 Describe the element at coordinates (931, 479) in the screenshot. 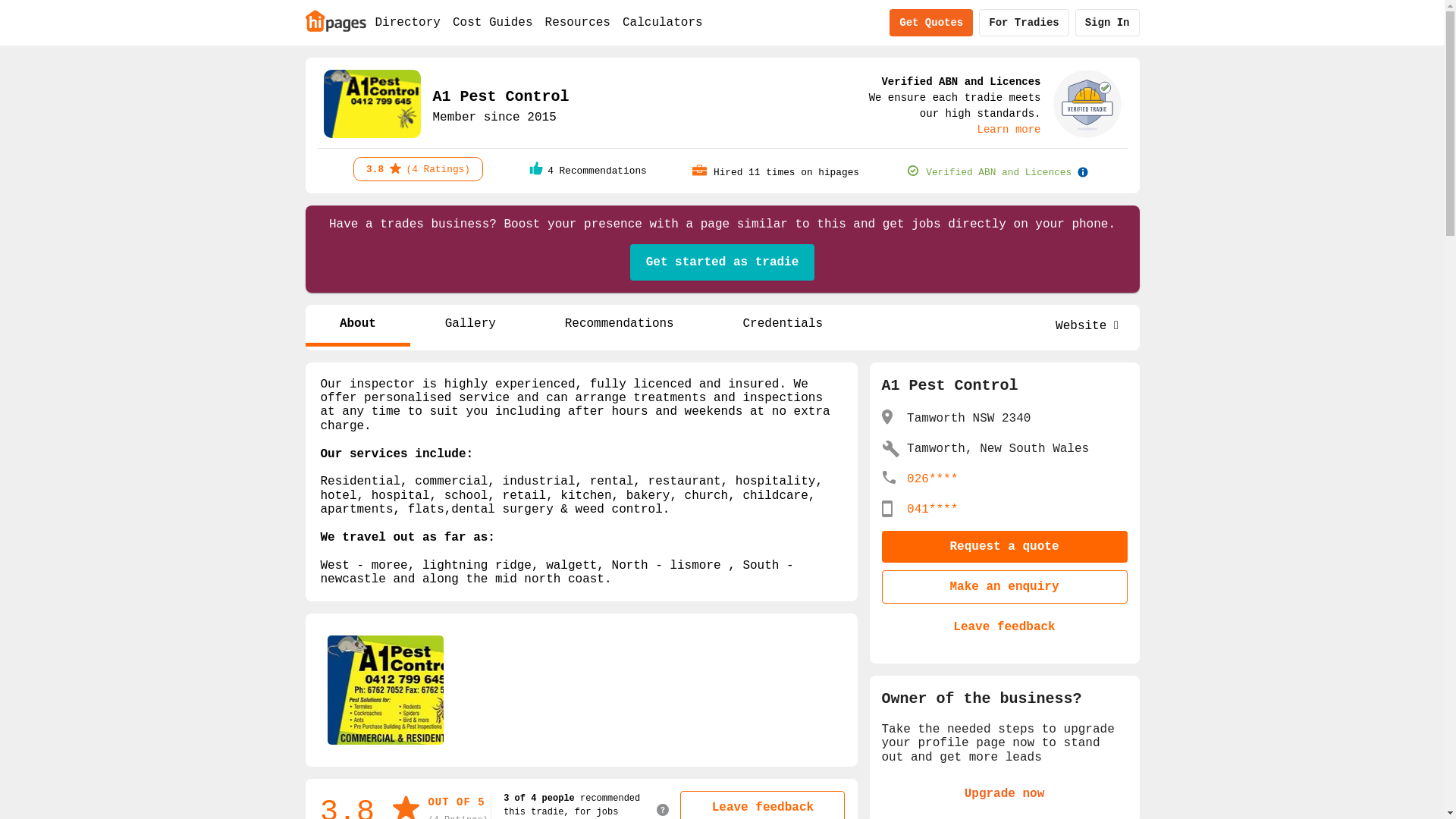

I see `'026****'` at that location.